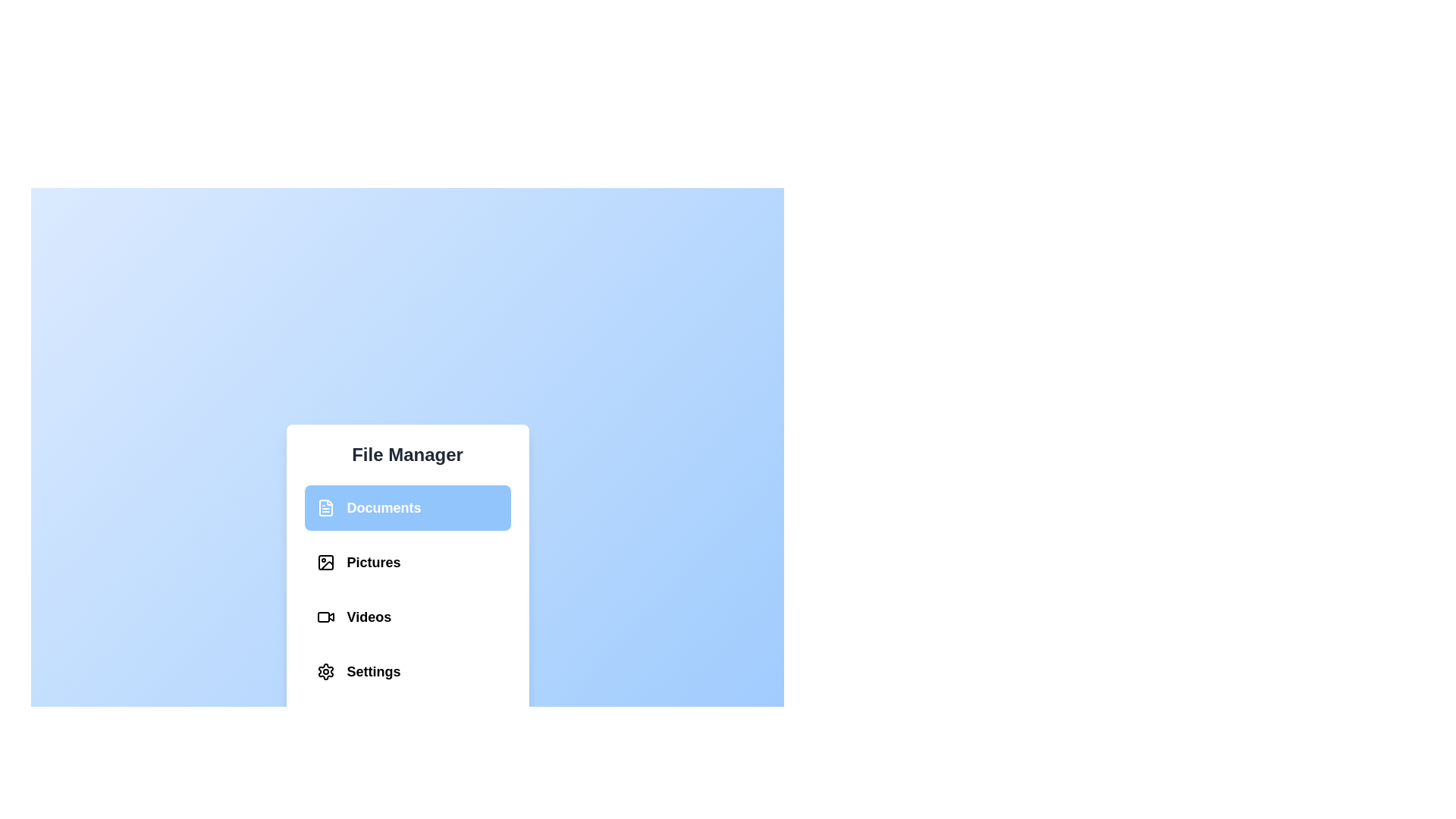  What do you see at coordinates (407, 562) in the screenshot?
I see `the menu item labeled Pictures` at bounding box center [407, 562].